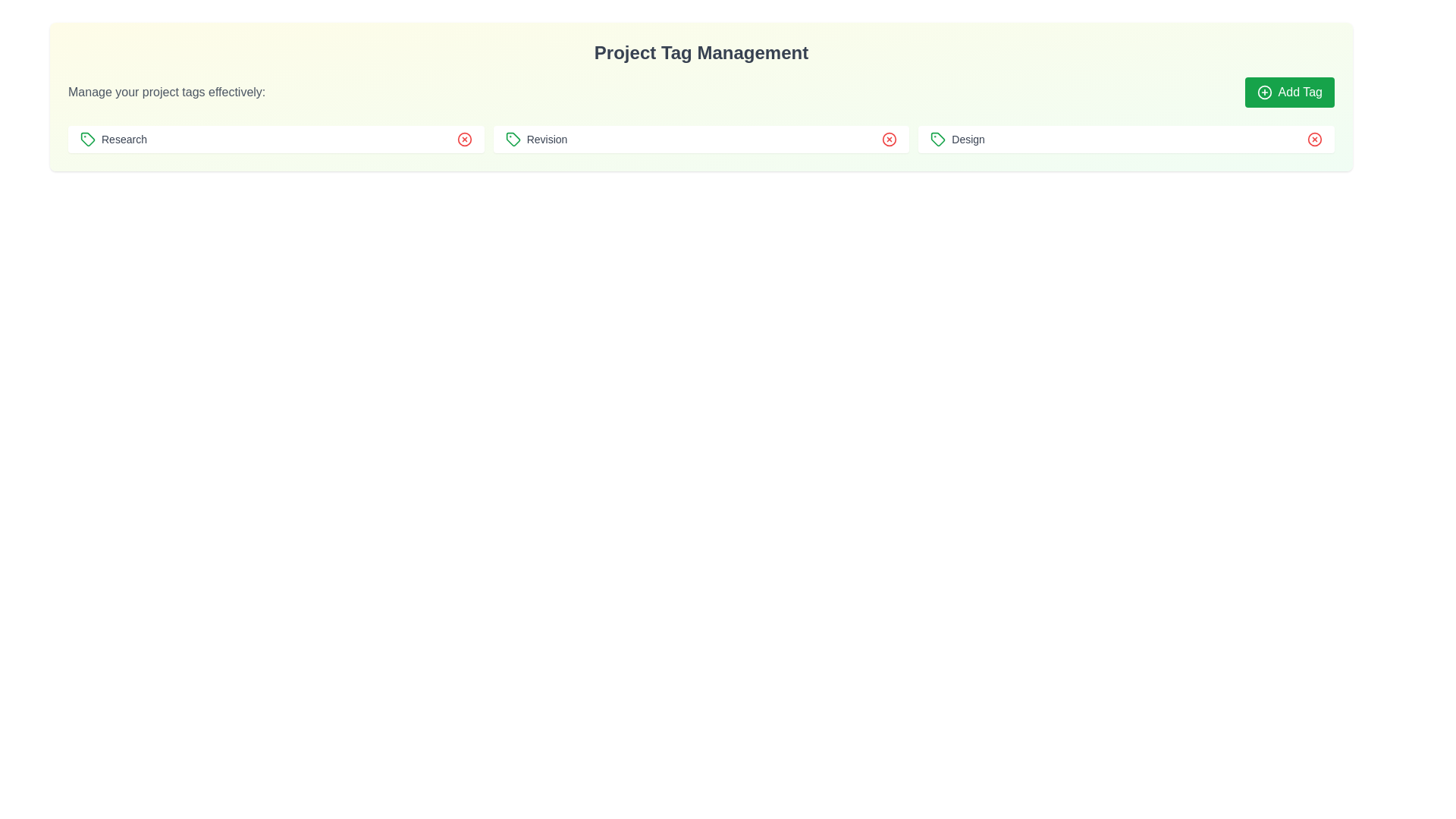  Describe the element at coordinates (112, 140) in the screenshot. I see `the 'Research' tag text, which is styled in gray and located next to a green tag icon` at that location.